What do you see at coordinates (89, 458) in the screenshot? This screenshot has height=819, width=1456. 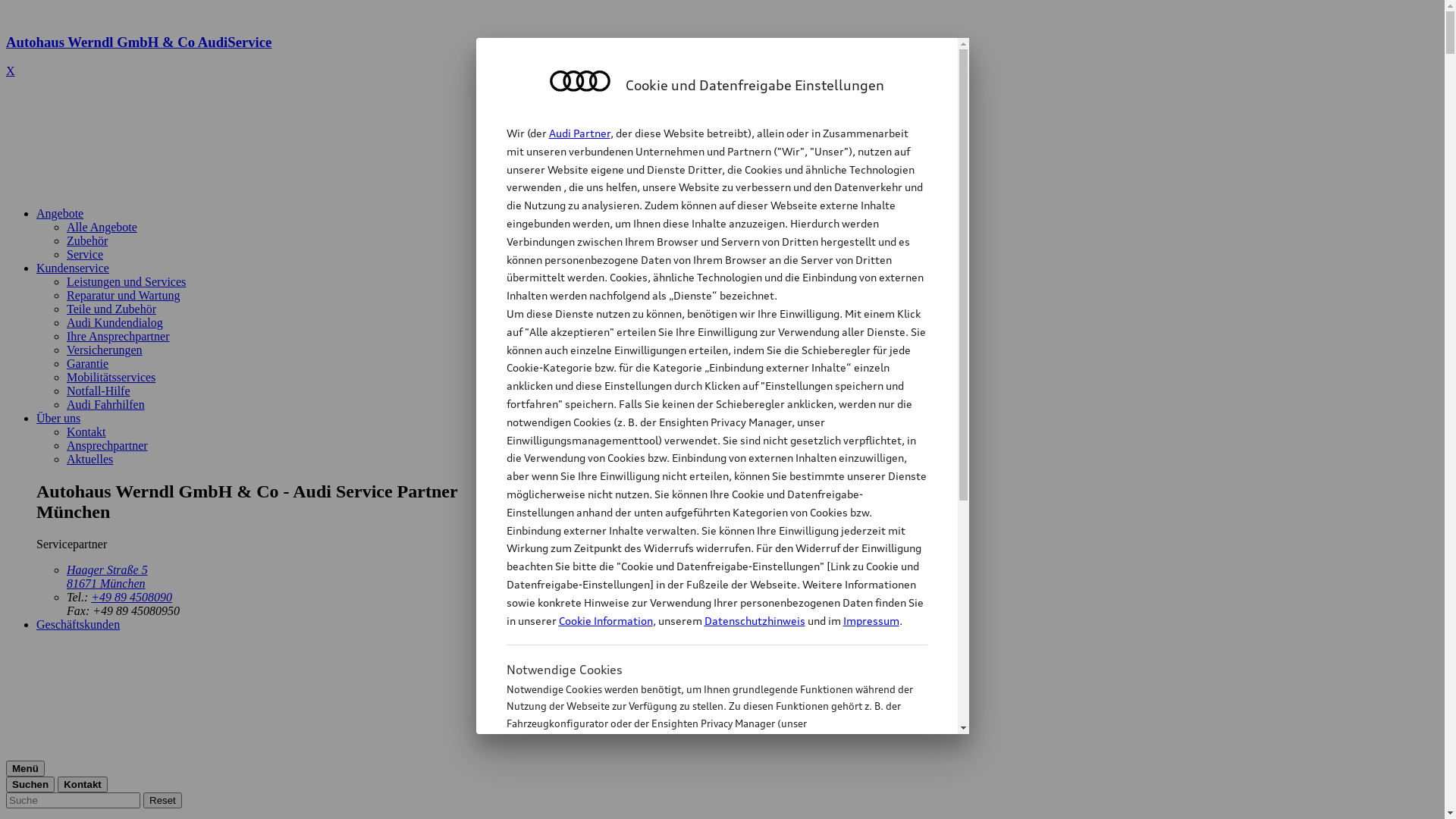 I see `'Aktuelles'` at bounding box center [89, 458].